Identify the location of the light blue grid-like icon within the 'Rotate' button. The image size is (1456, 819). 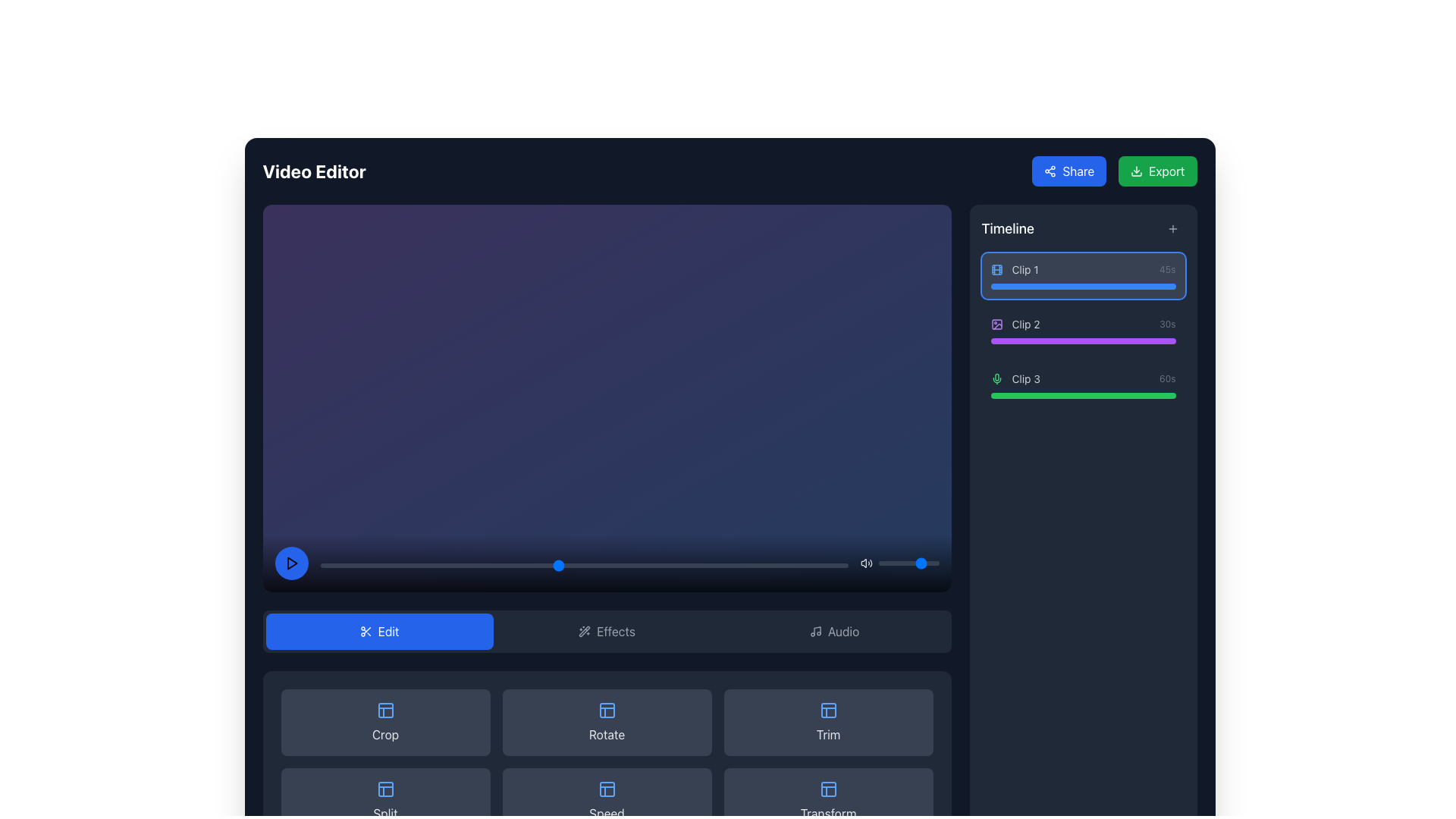
(607, 710).